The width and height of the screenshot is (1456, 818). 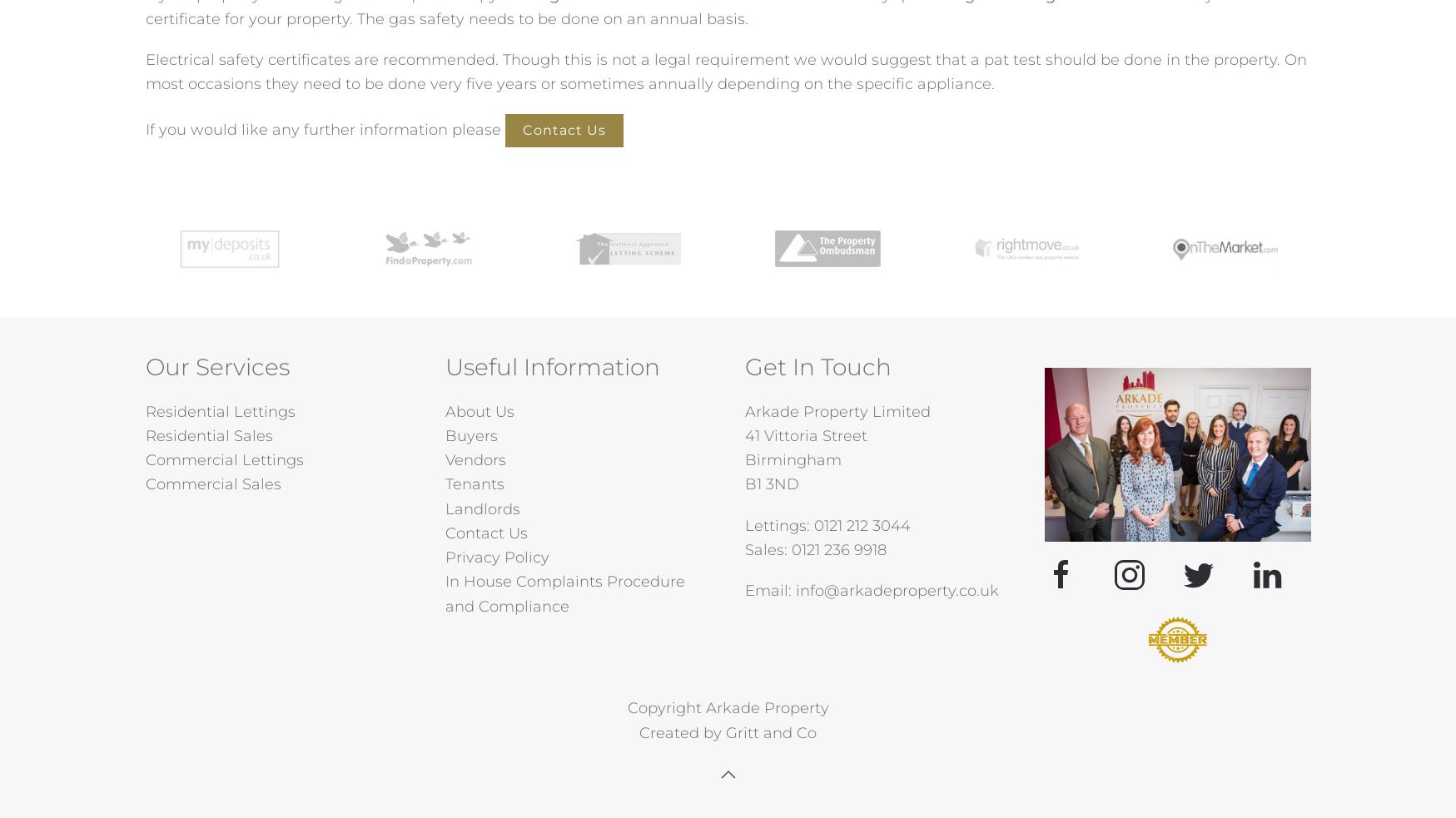 What do you see at coordinates (480, 508) in the screenshot?
I see `'Landlords'` at bounding box center [480, 508].